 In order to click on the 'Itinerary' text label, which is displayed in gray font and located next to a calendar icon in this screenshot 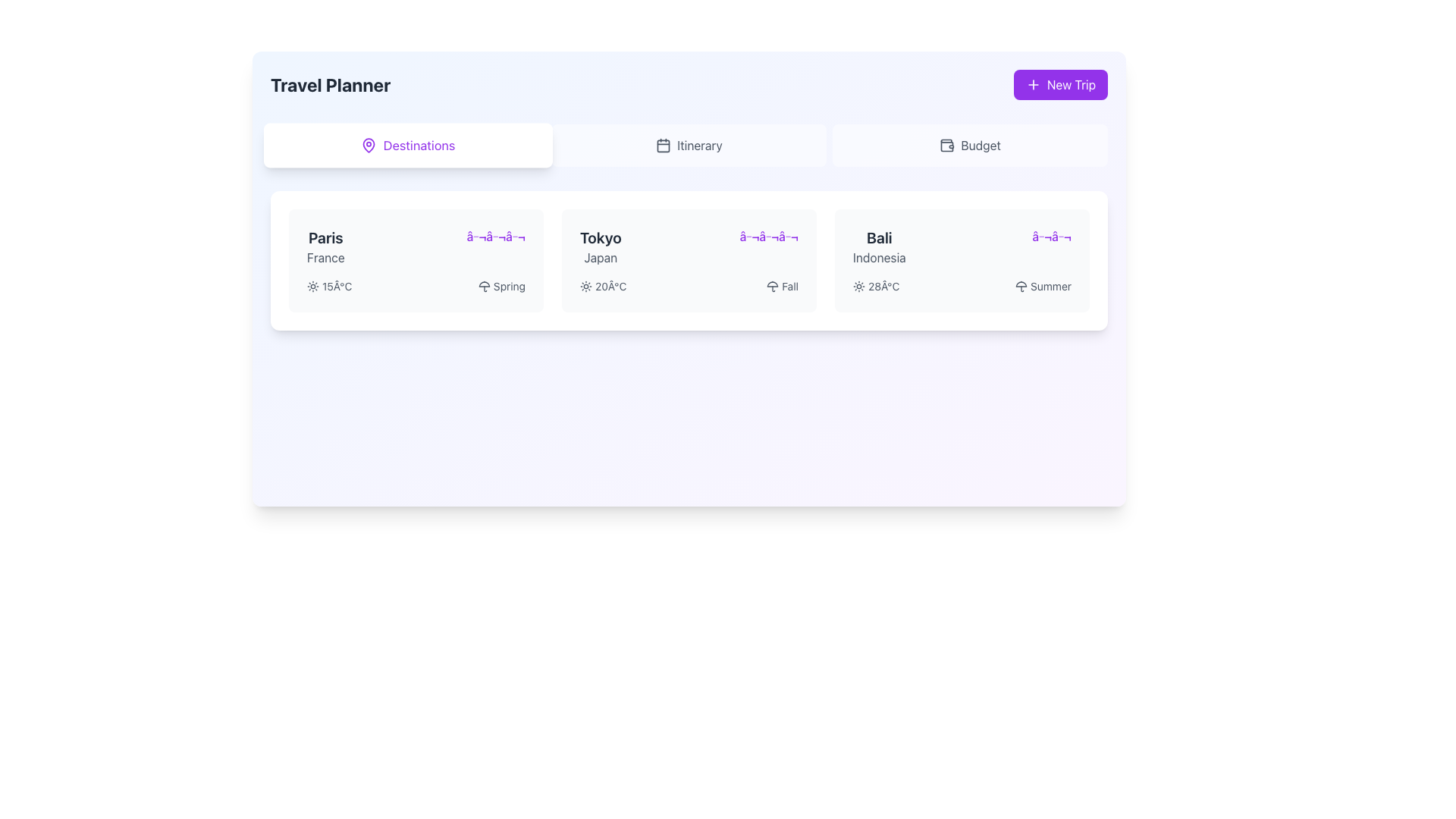, I will do `click(698, 146)`.